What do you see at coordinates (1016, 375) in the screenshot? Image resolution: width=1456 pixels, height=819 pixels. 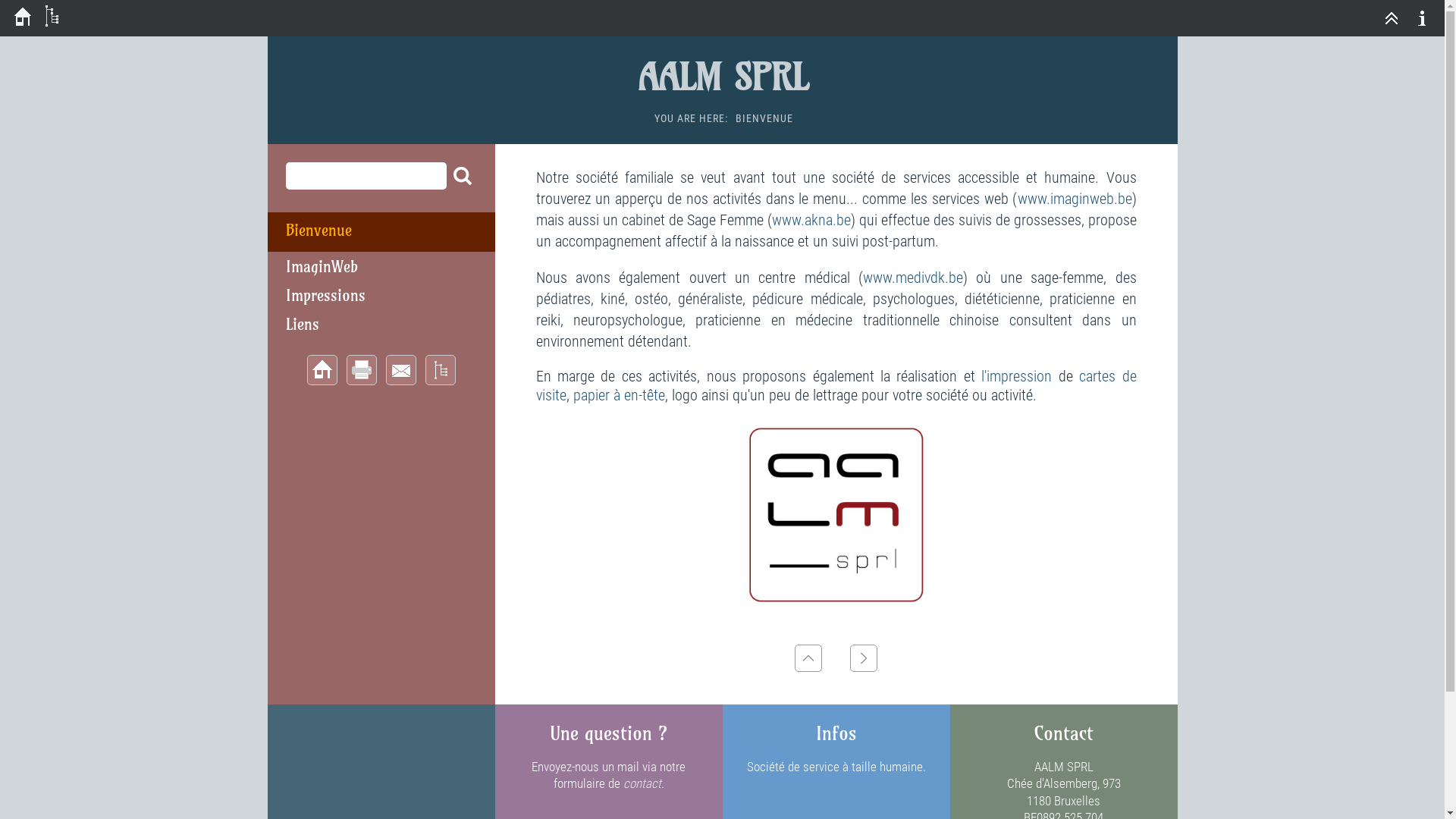 I see `'l'impression'` at bounding box center [1016, 375].